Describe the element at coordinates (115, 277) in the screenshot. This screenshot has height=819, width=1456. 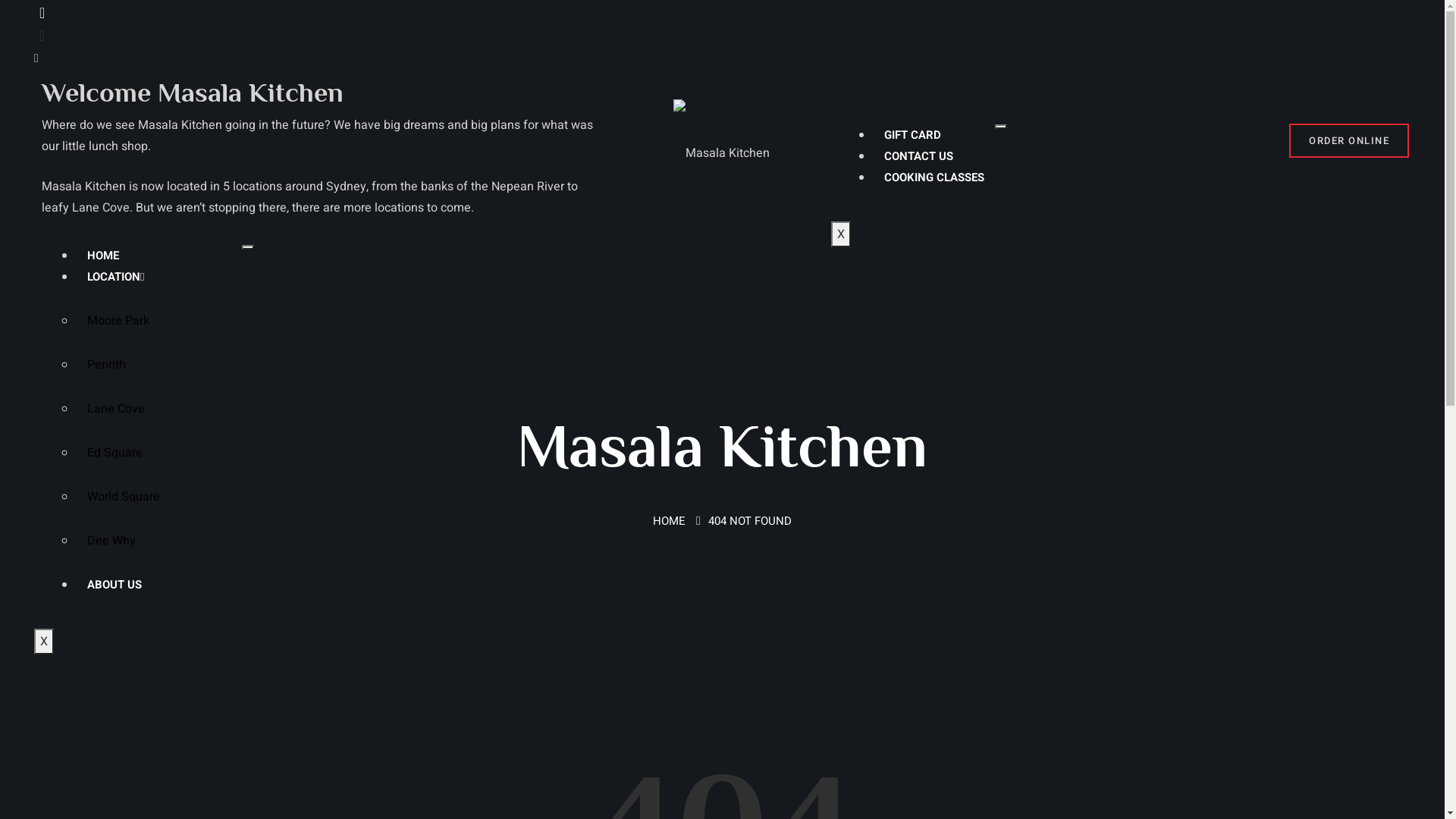
I see `'LOCATION'` at that location.